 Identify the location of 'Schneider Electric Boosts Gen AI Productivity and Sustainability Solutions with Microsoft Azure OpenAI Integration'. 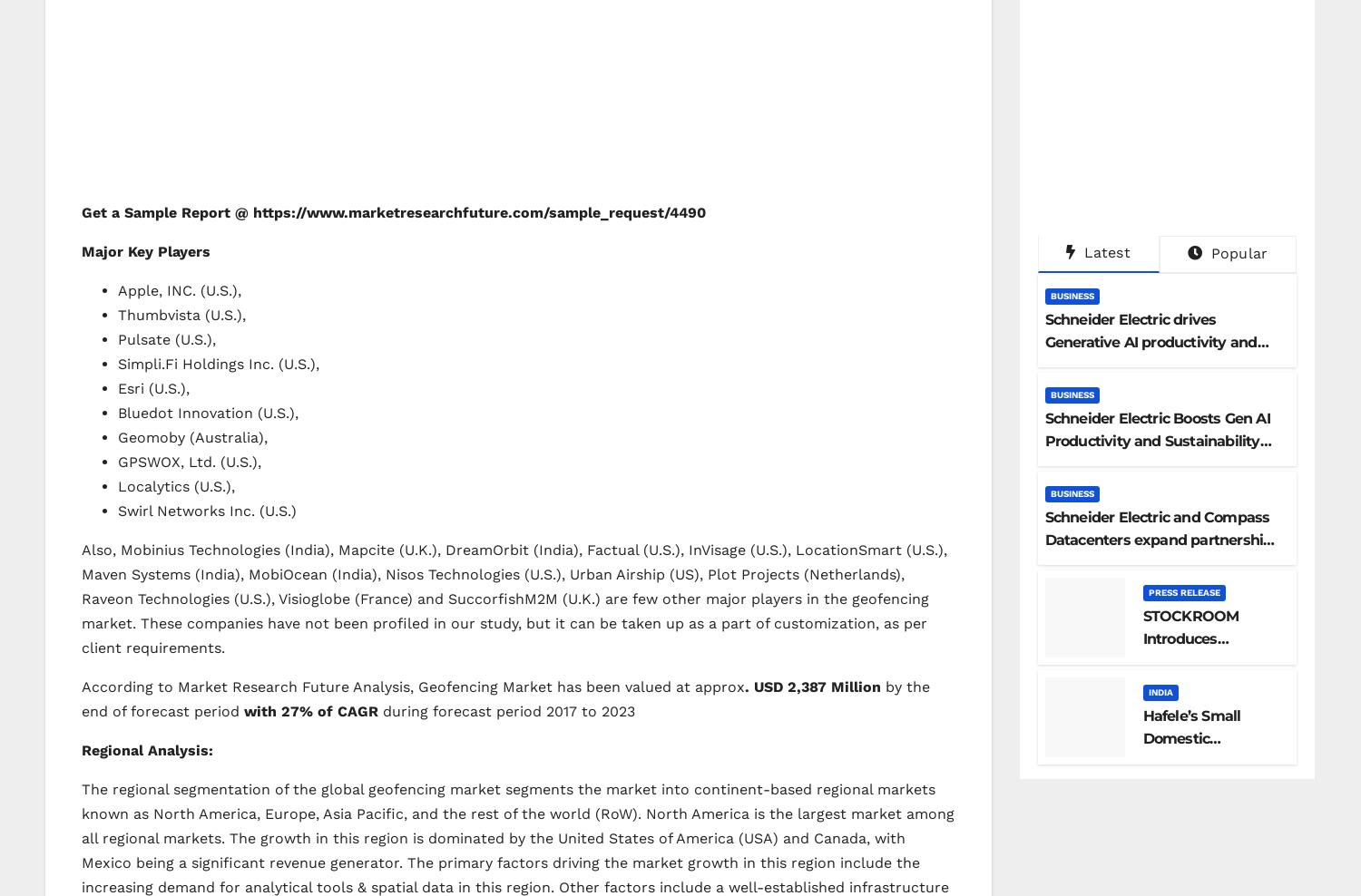
(1043, 450).